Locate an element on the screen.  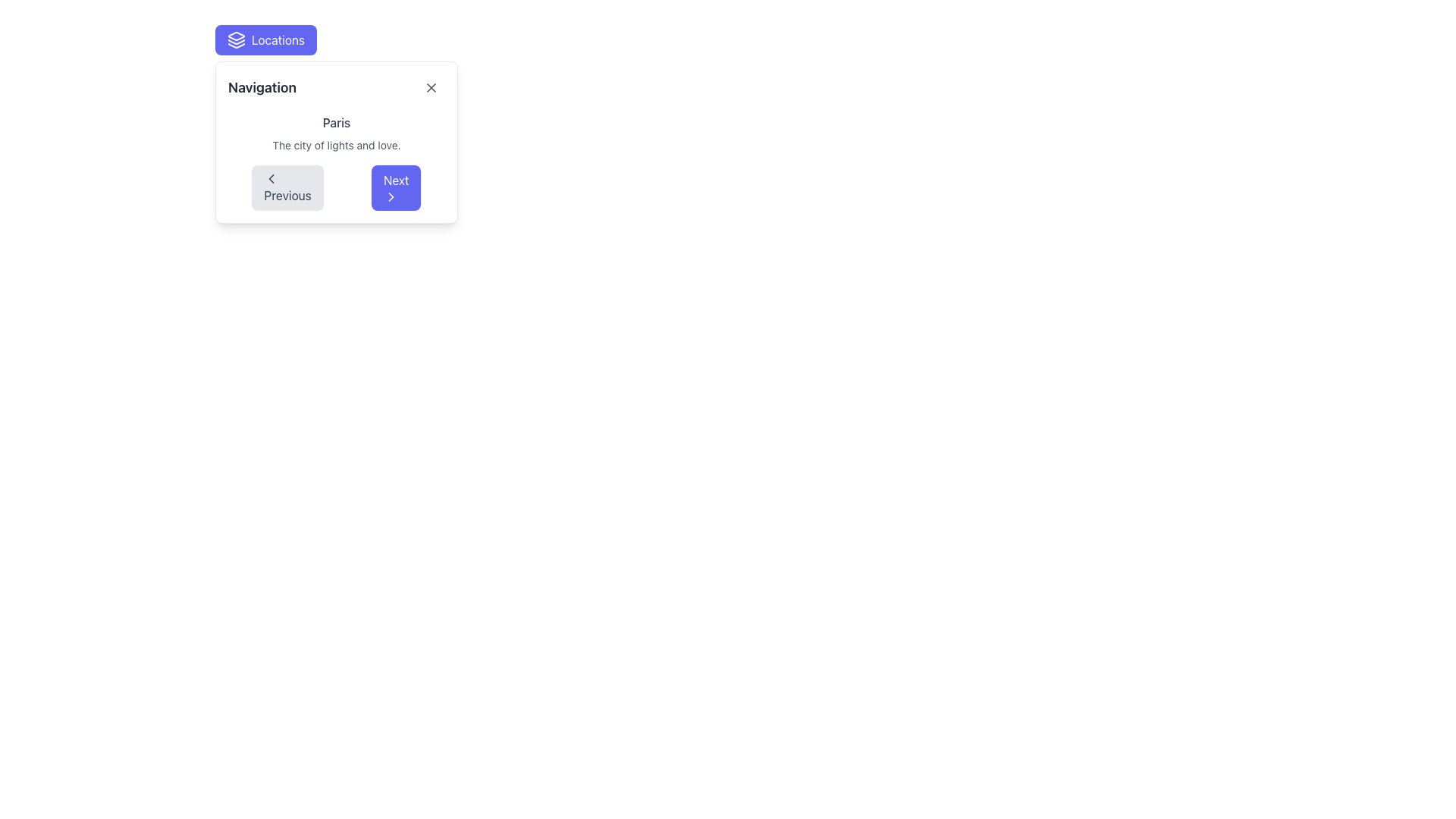
the small 'X' icon styled as a close button located in the top-right corner of the 'Navigation' card's header section is located at coordinates (430, 87).